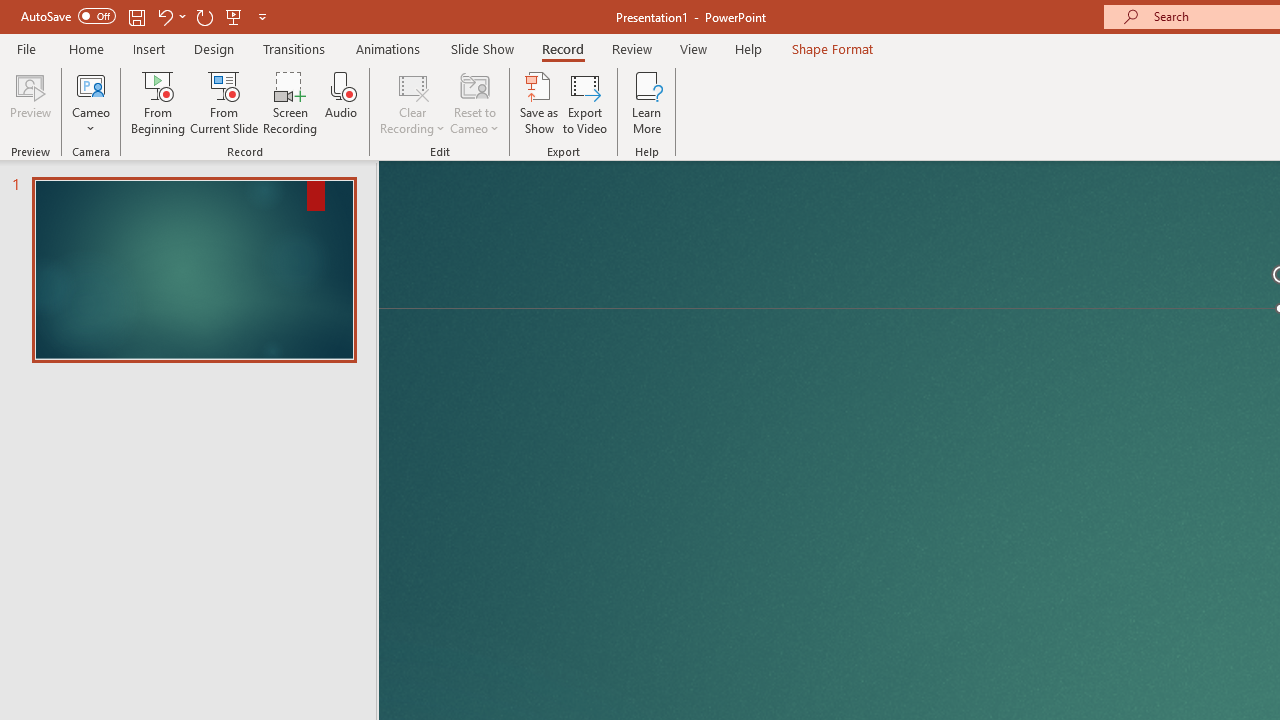 The image size is (1280, 720). Describe the element at coordinates (90, 103) in the screenshot. I see `'Cameo'` at that location.